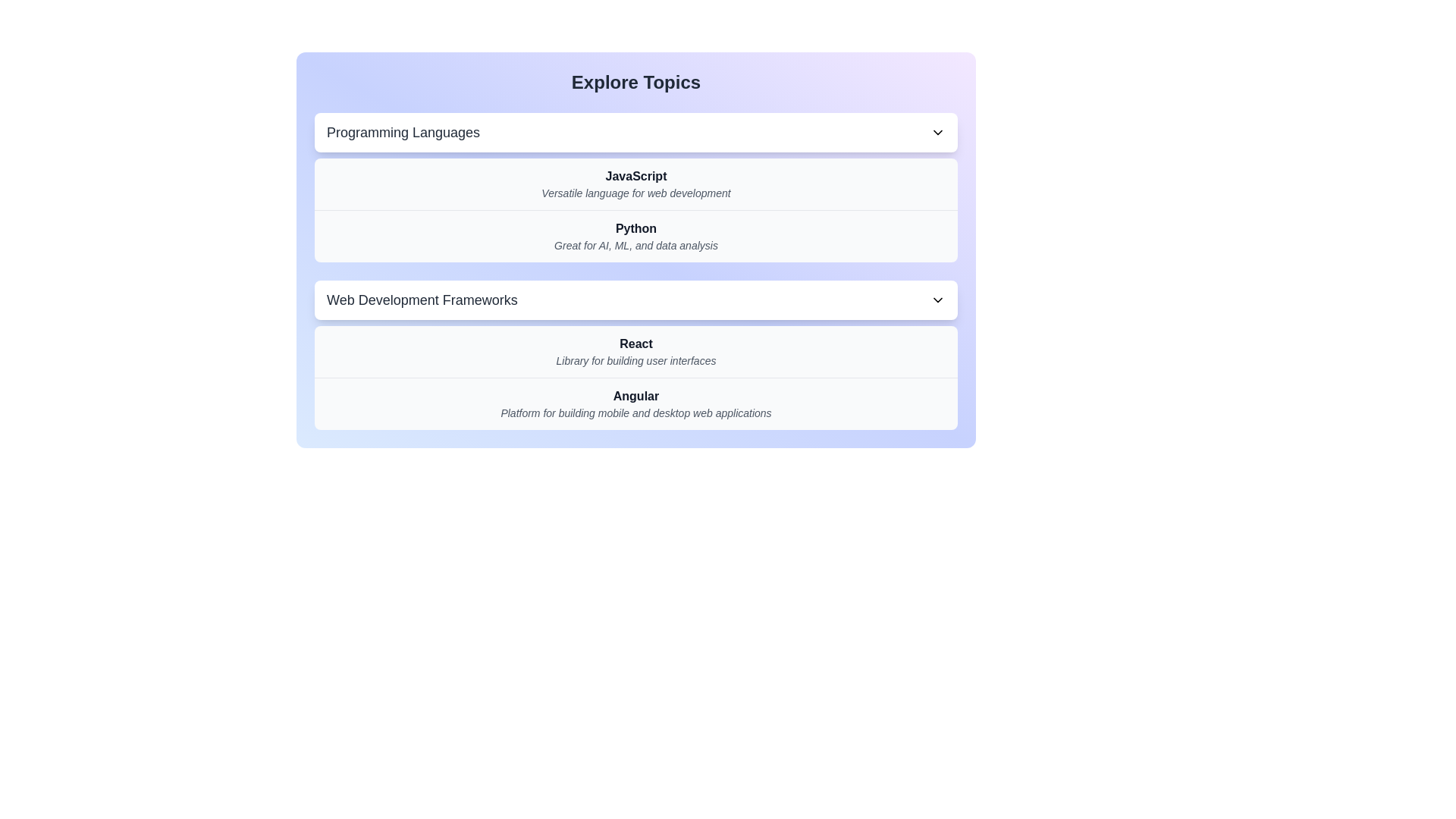 The height and width of the screenshot is (819, 1456). What do you see at coordinates (422, 300) in the screenshot?
I see `the bold text label 'Web Development Frameworks' which is located in the center of the display panel, above the 'React' section` at bounding box center [422, 300].